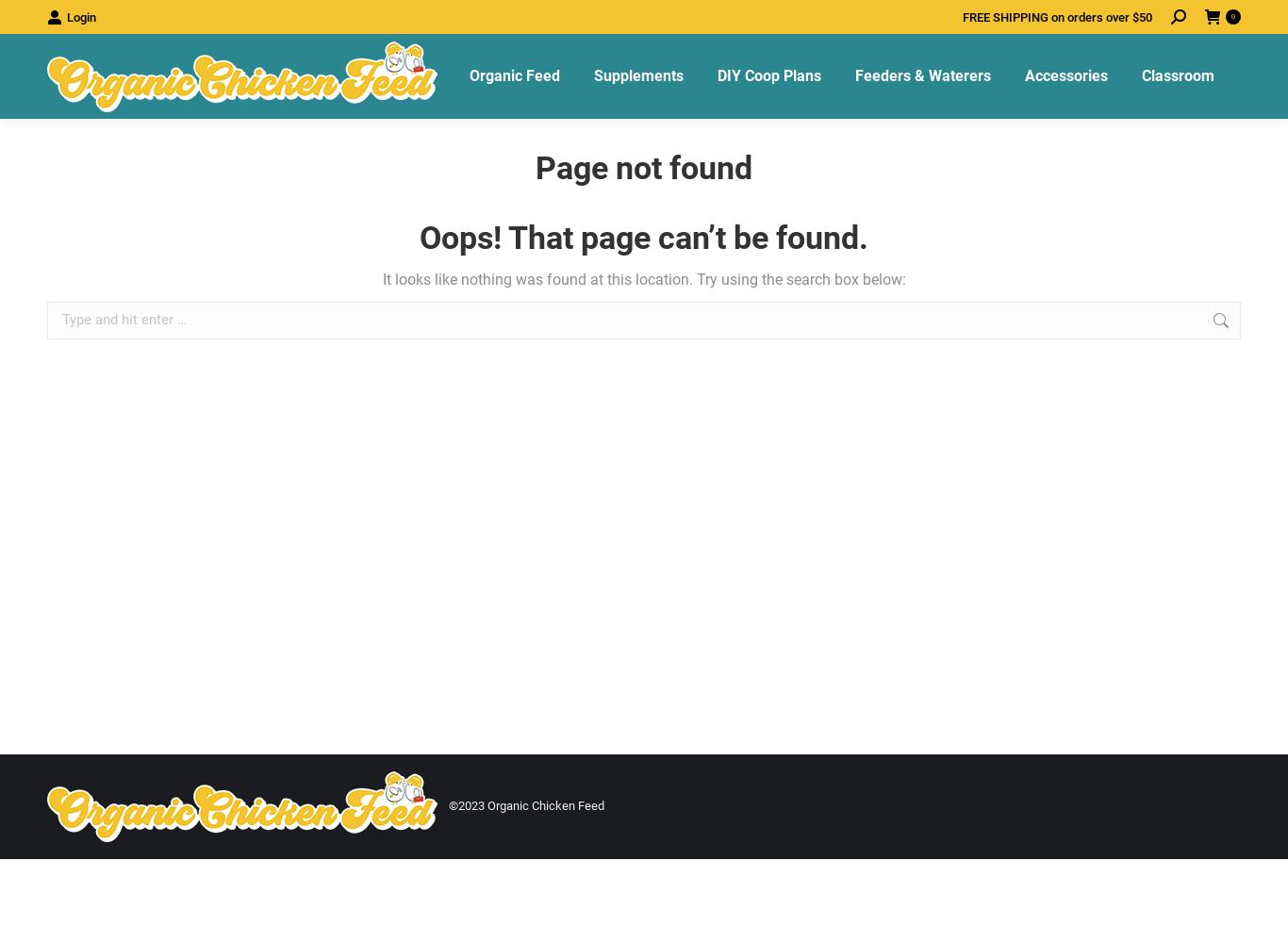  I want to click on 'Brooders', so click(1049, 291).